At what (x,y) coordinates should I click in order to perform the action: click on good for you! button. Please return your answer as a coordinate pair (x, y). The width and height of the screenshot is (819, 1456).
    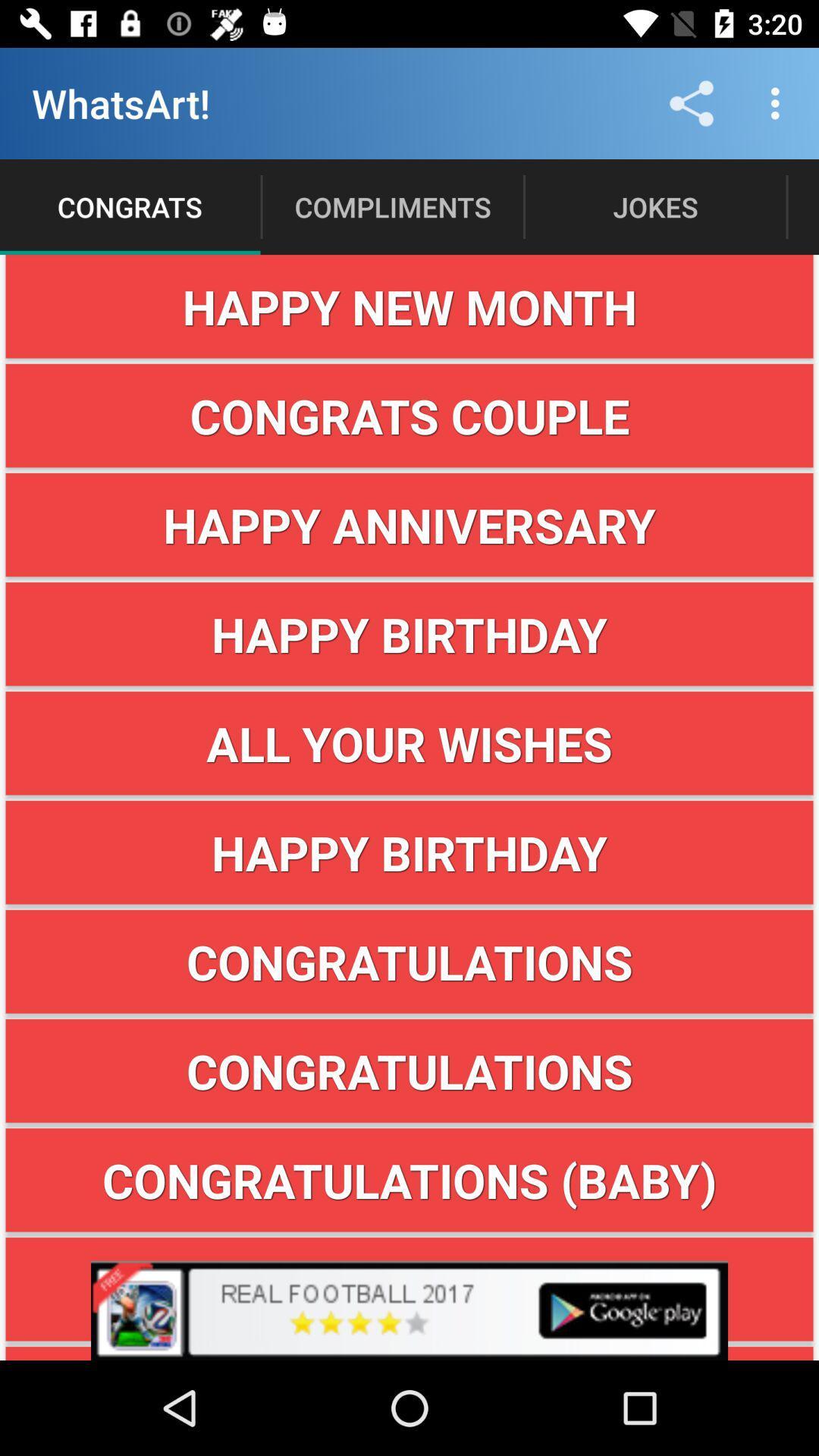
    Looking at the image, I should click on (409, 1354).